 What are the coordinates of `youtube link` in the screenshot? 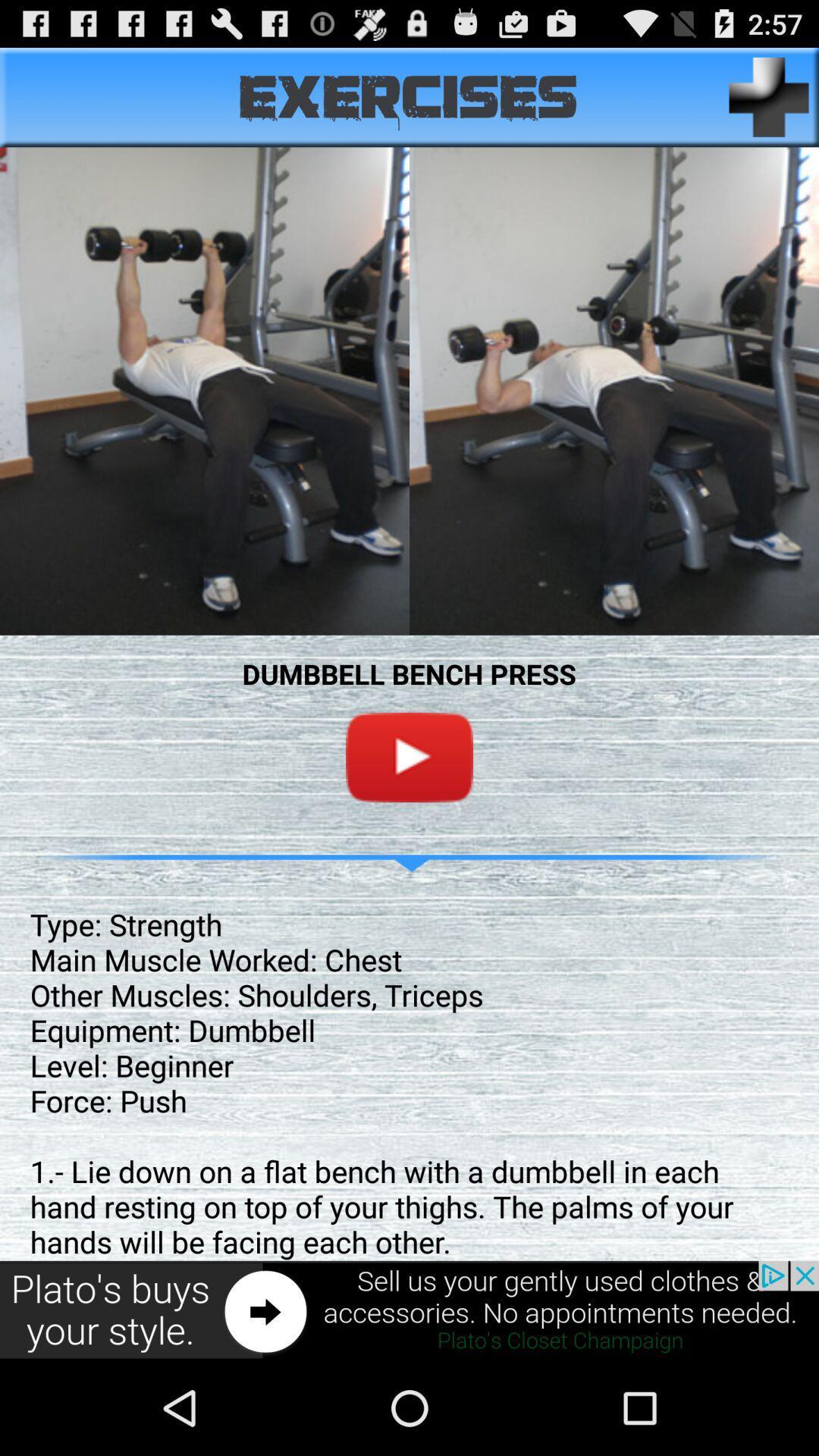 It's located at (409, 757).